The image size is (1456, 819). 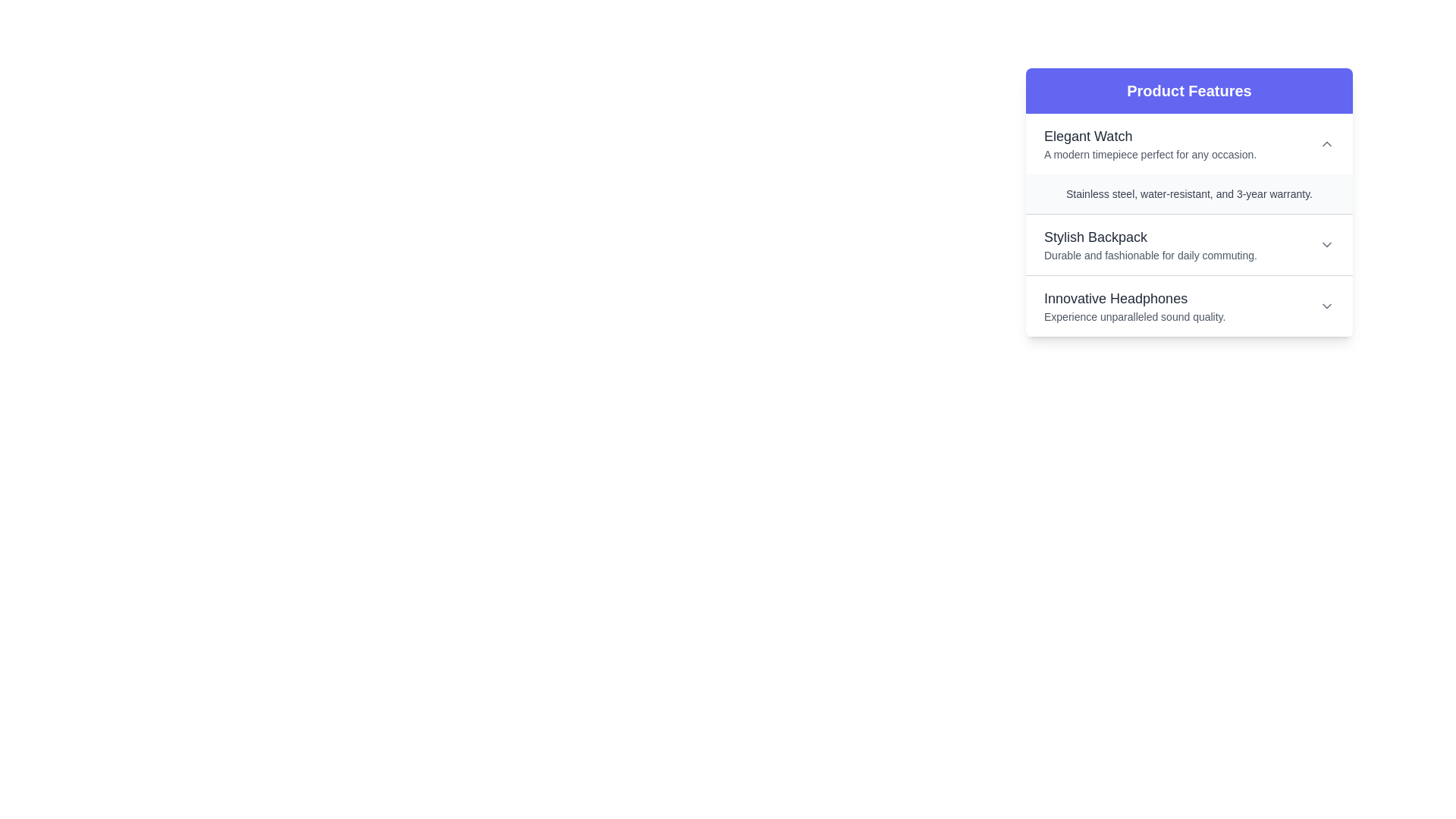 What do you see at coordinates (1188, 244) in the screenshot?
I see `the Interactive List Item located in the middle of the 'Product Features' section, positioned between 'Elegant Watch' and 'Innovative Headphones', for further actions` at bounding box center [1188, 244].